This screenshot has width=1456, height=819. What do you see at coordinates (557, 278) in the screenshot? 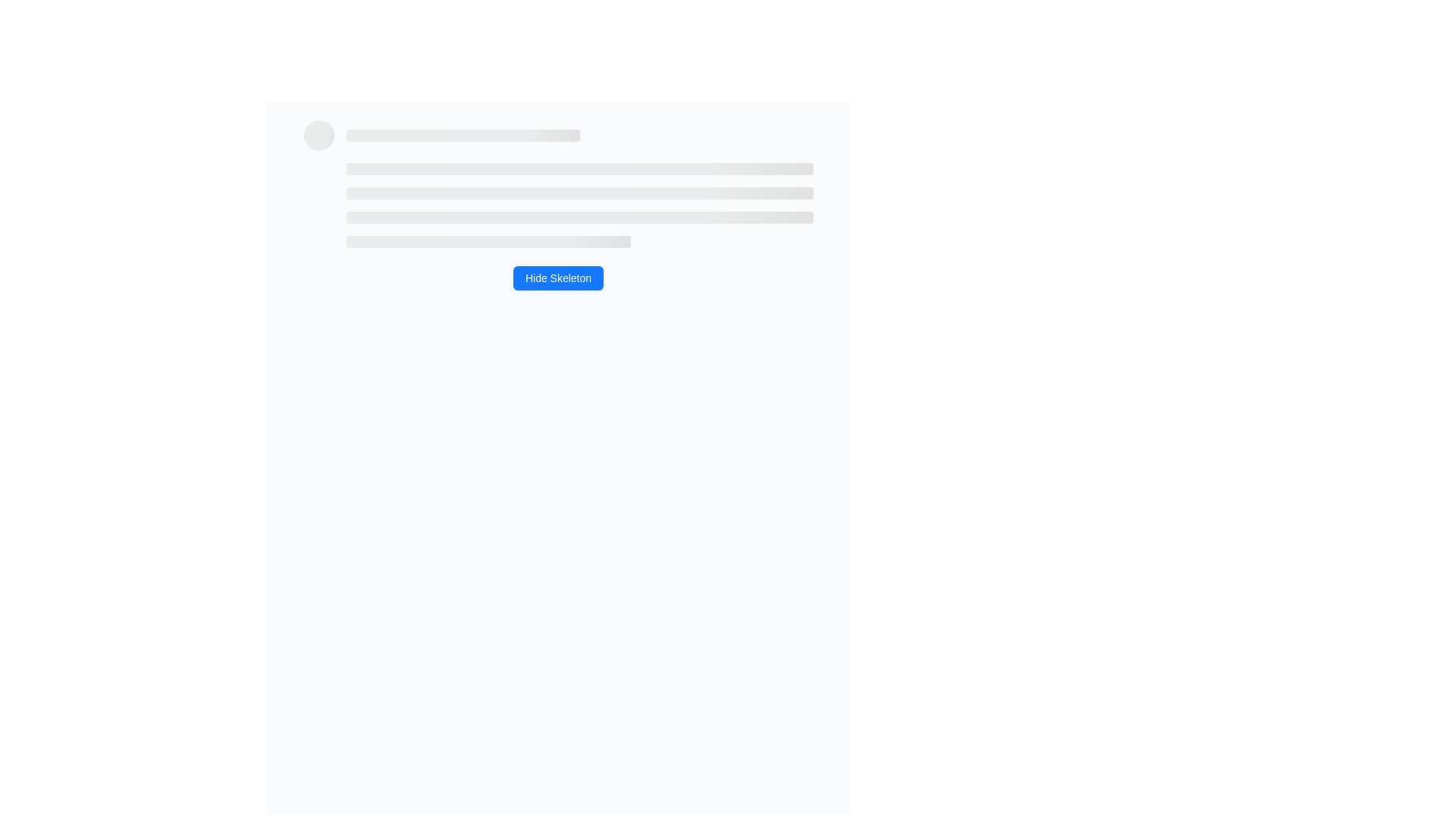
I see `the button located centered below the placeholder lines and avatar circle` at bounding box center [557, 278].